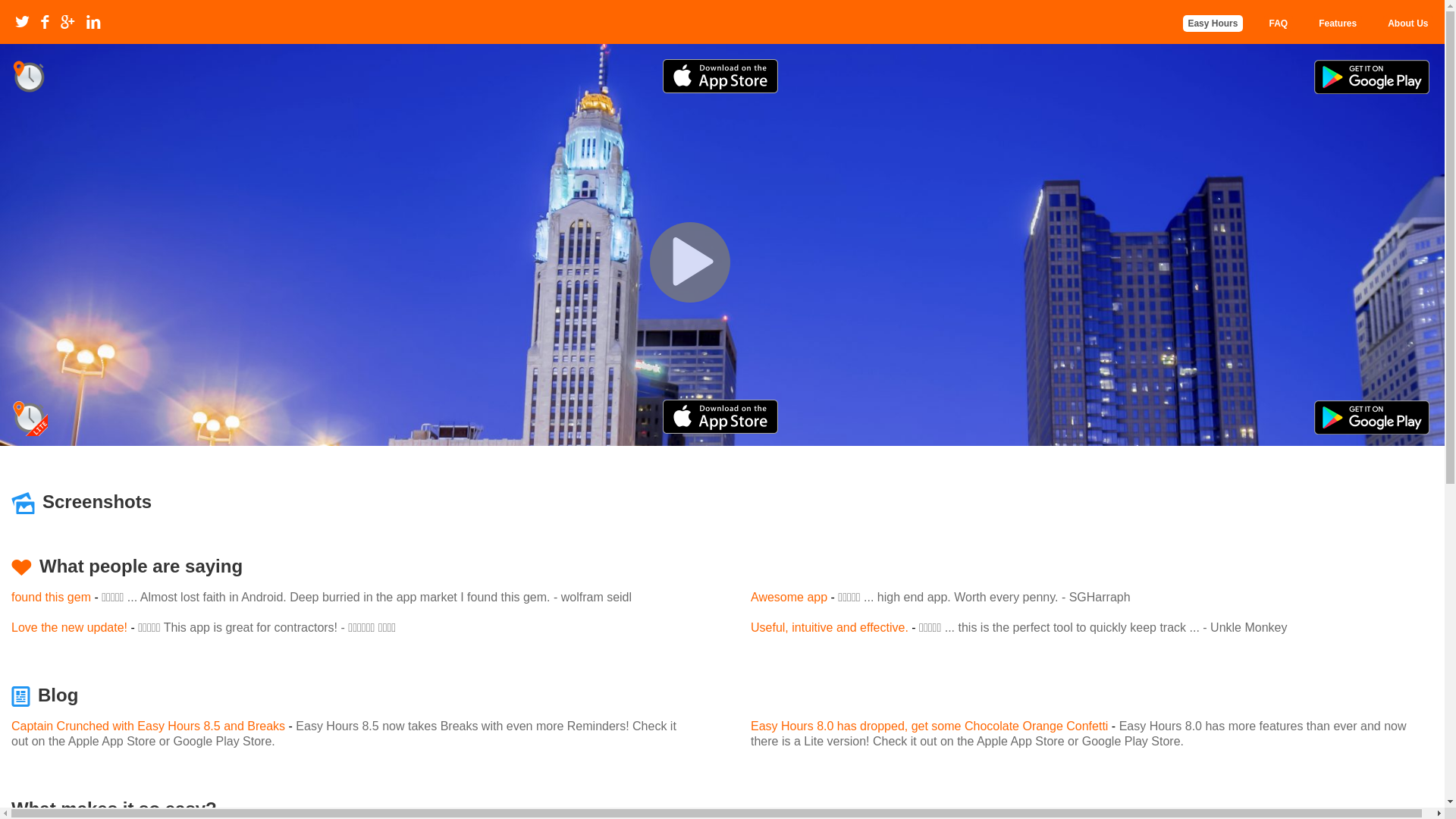  I want to click on 'Easy Hours', so click(1211, 23).